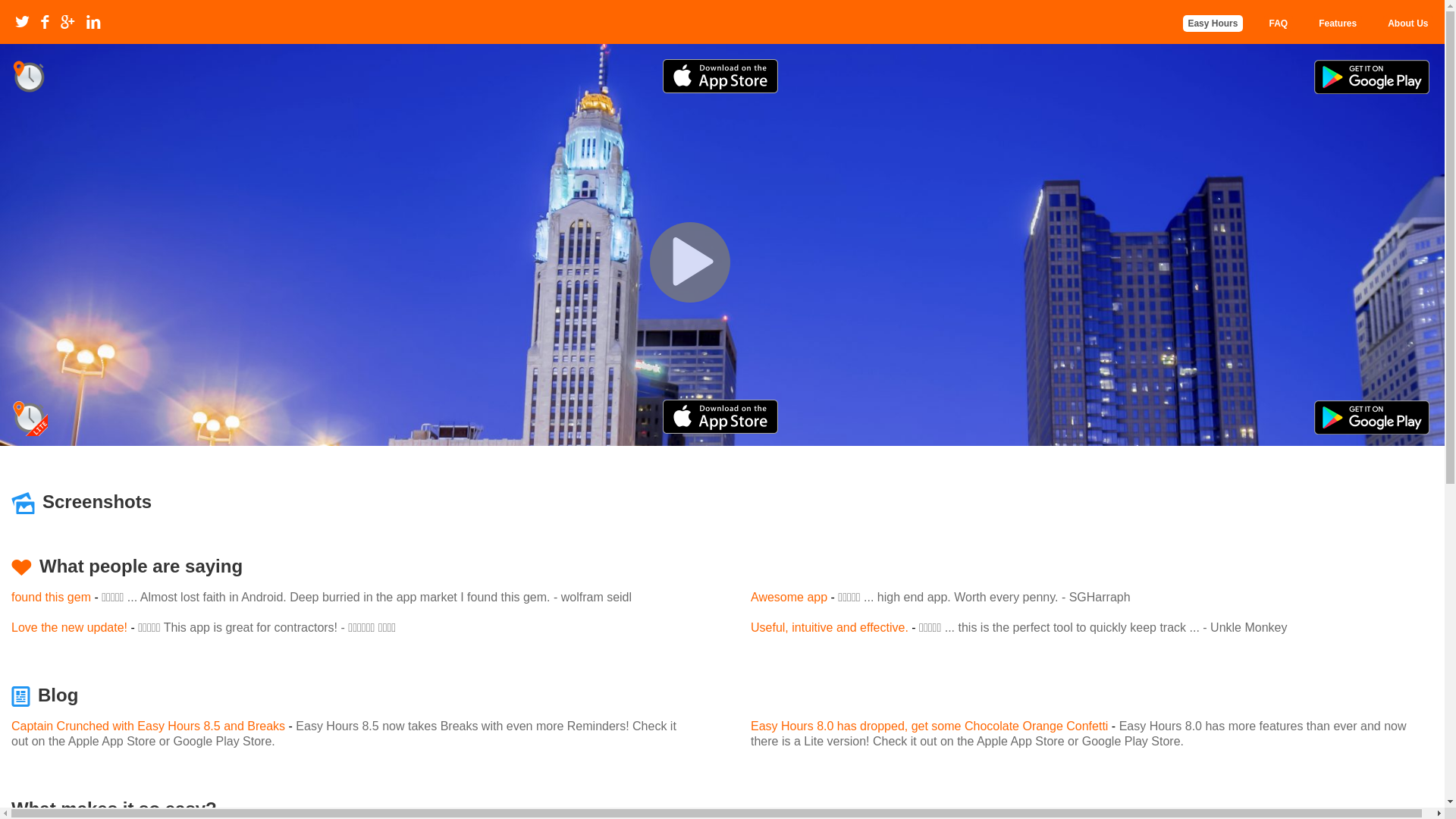  I want to click on 'Easy Hours', so click(1211, 23).